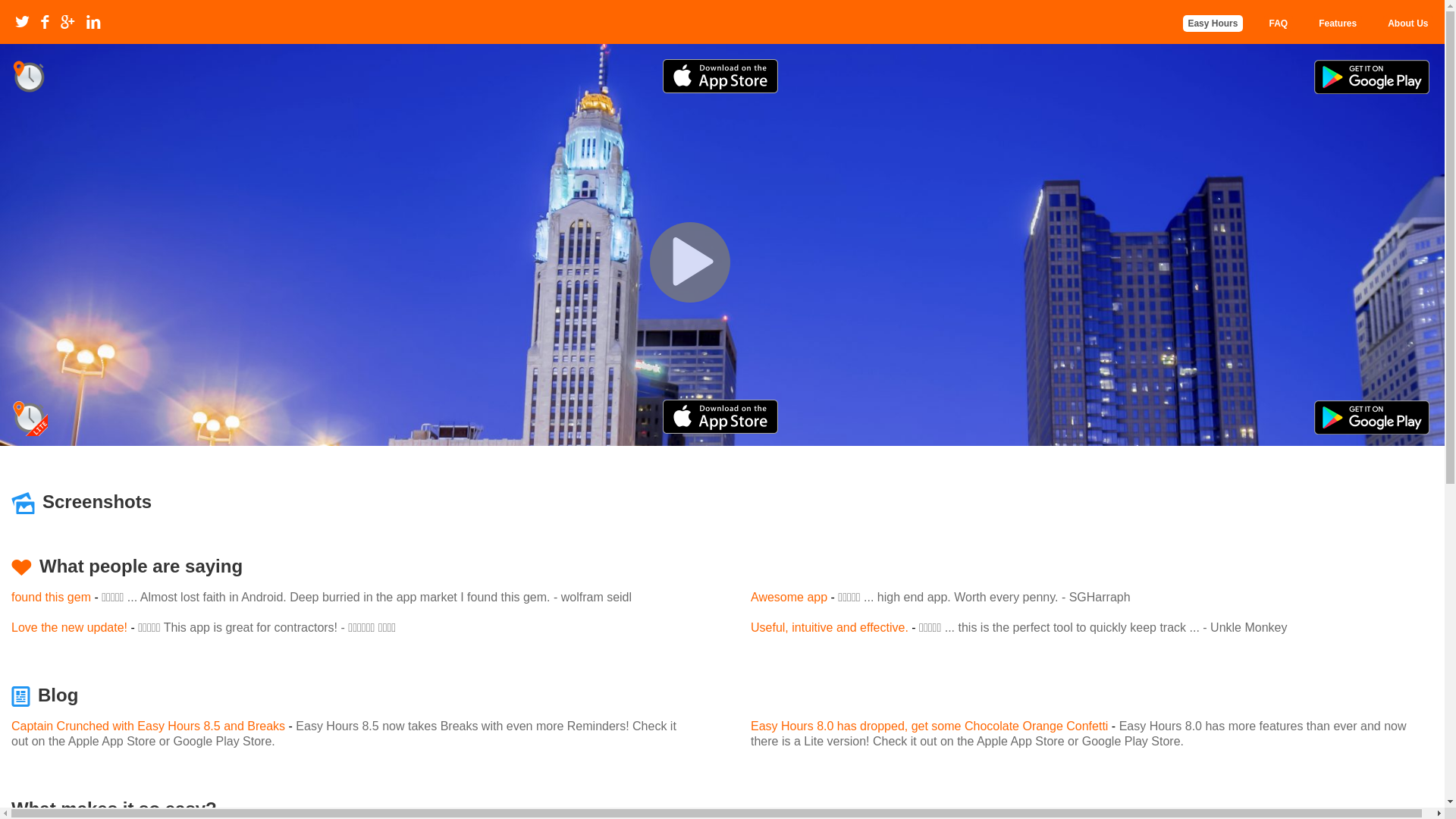  I want to click on 'Easy Hours', so click(1211, 23).